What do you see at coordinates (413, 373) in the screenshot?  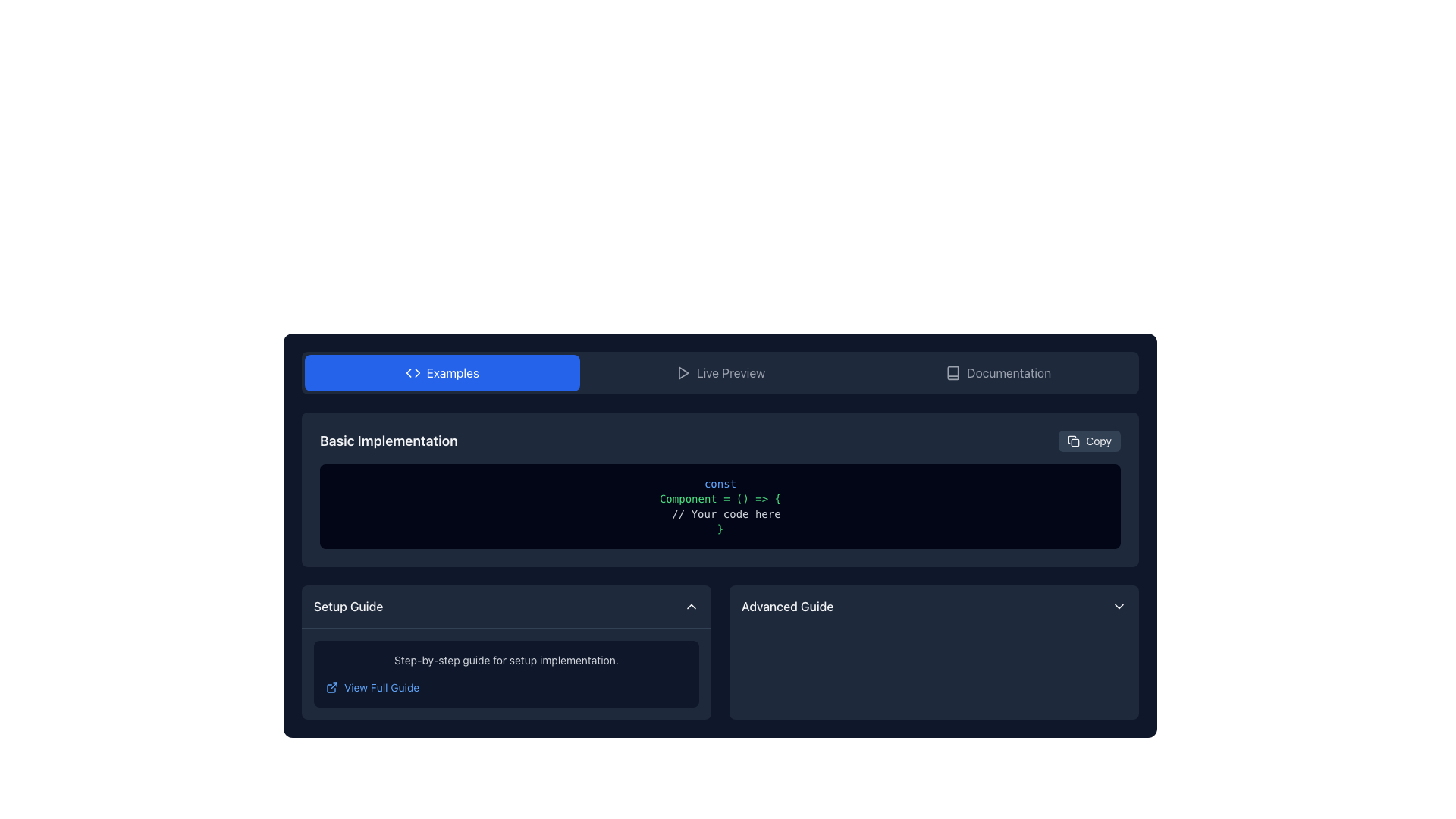 I see `the SVG graphical icon located within the 'Examples' button, which indicates programming-related content` at bounding box center [413, 373].